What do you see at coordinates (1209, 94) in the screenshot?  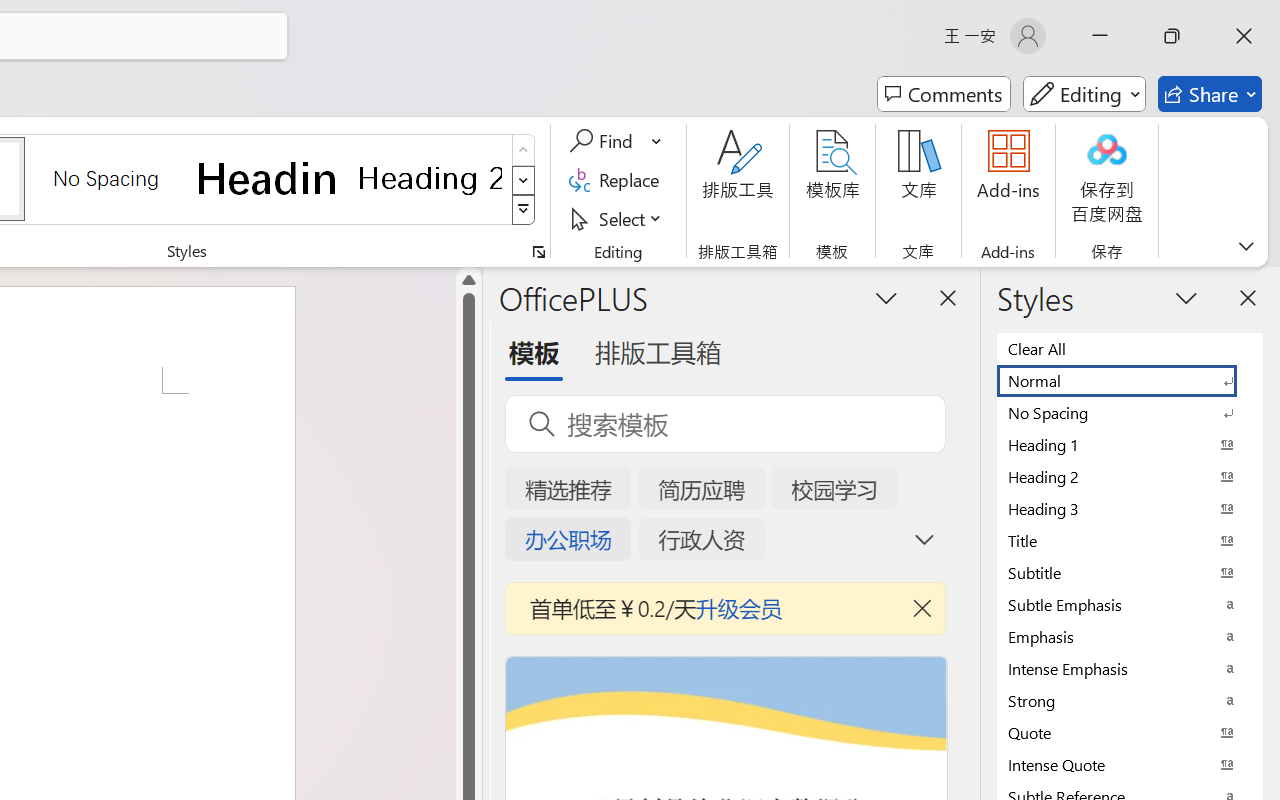 I see `'Share'` at bounding box center [1209, 94].